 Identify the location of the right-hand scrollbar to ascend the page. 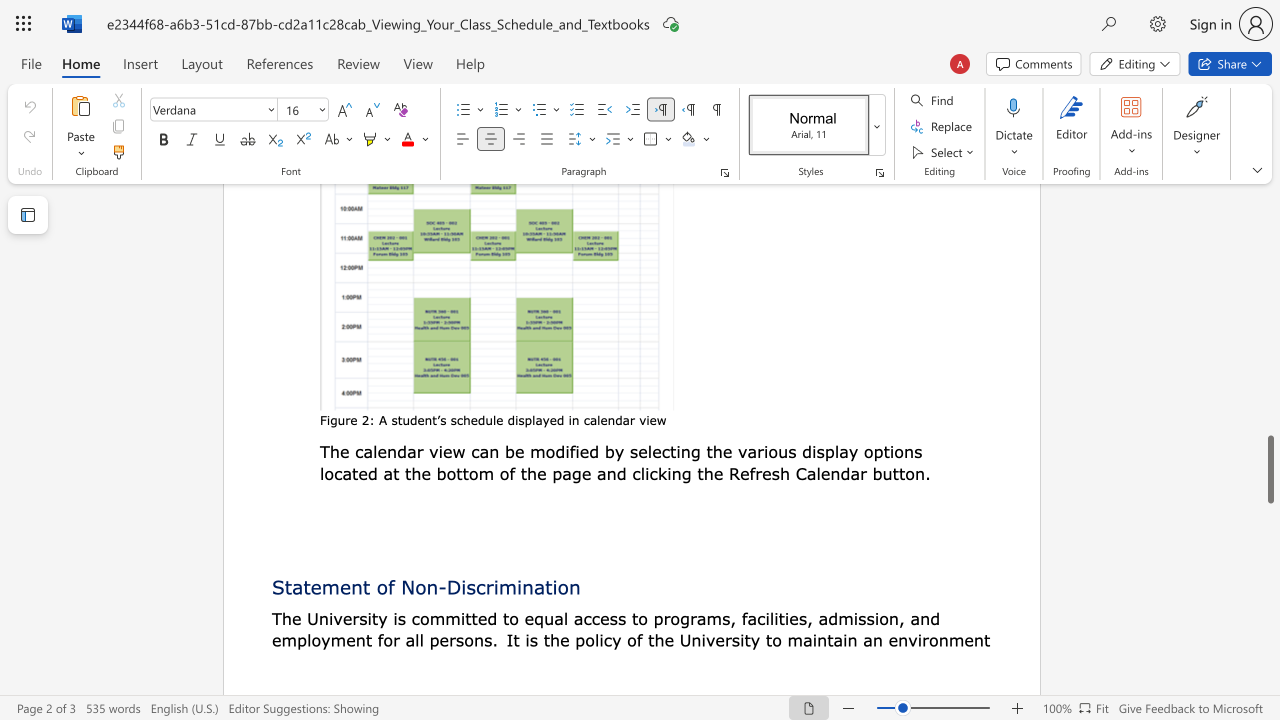
(1269, 290).